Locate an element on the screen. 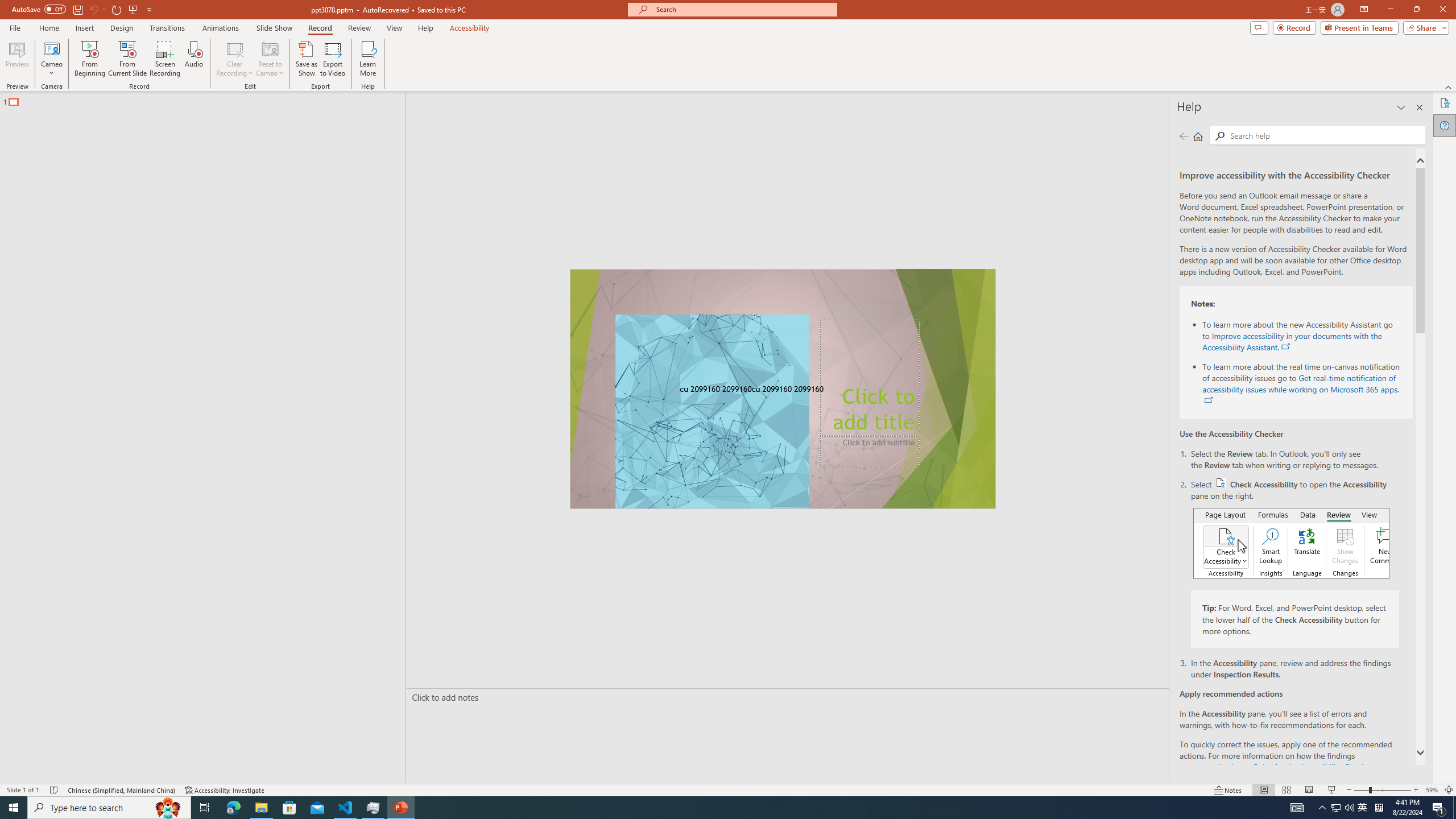  'TextBox 61' is located at coordinates (781, 390).